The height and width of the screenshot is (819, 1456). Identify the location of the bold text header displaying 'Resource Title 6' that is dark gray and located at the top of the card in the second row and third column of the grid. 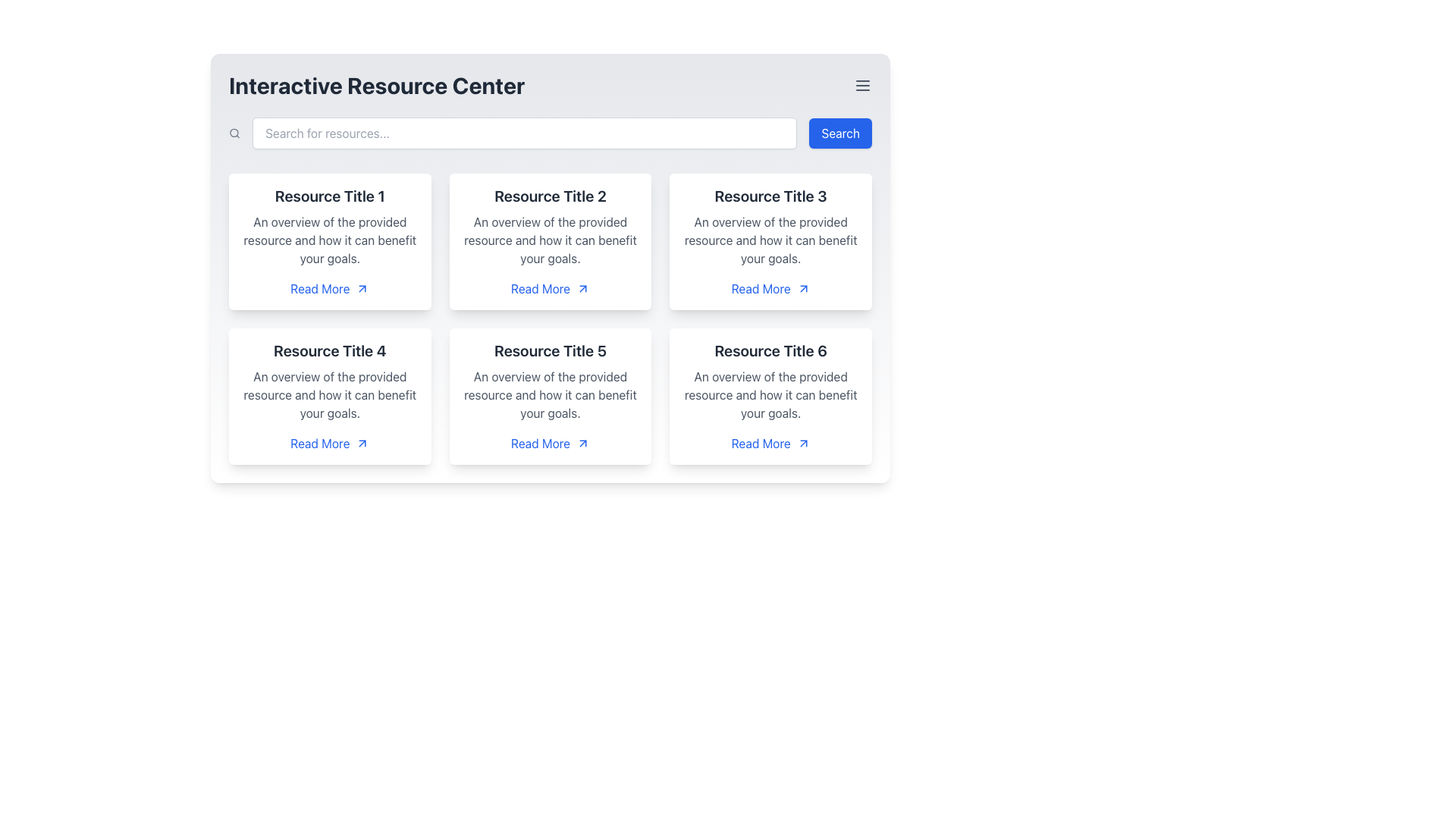
(770, 350).